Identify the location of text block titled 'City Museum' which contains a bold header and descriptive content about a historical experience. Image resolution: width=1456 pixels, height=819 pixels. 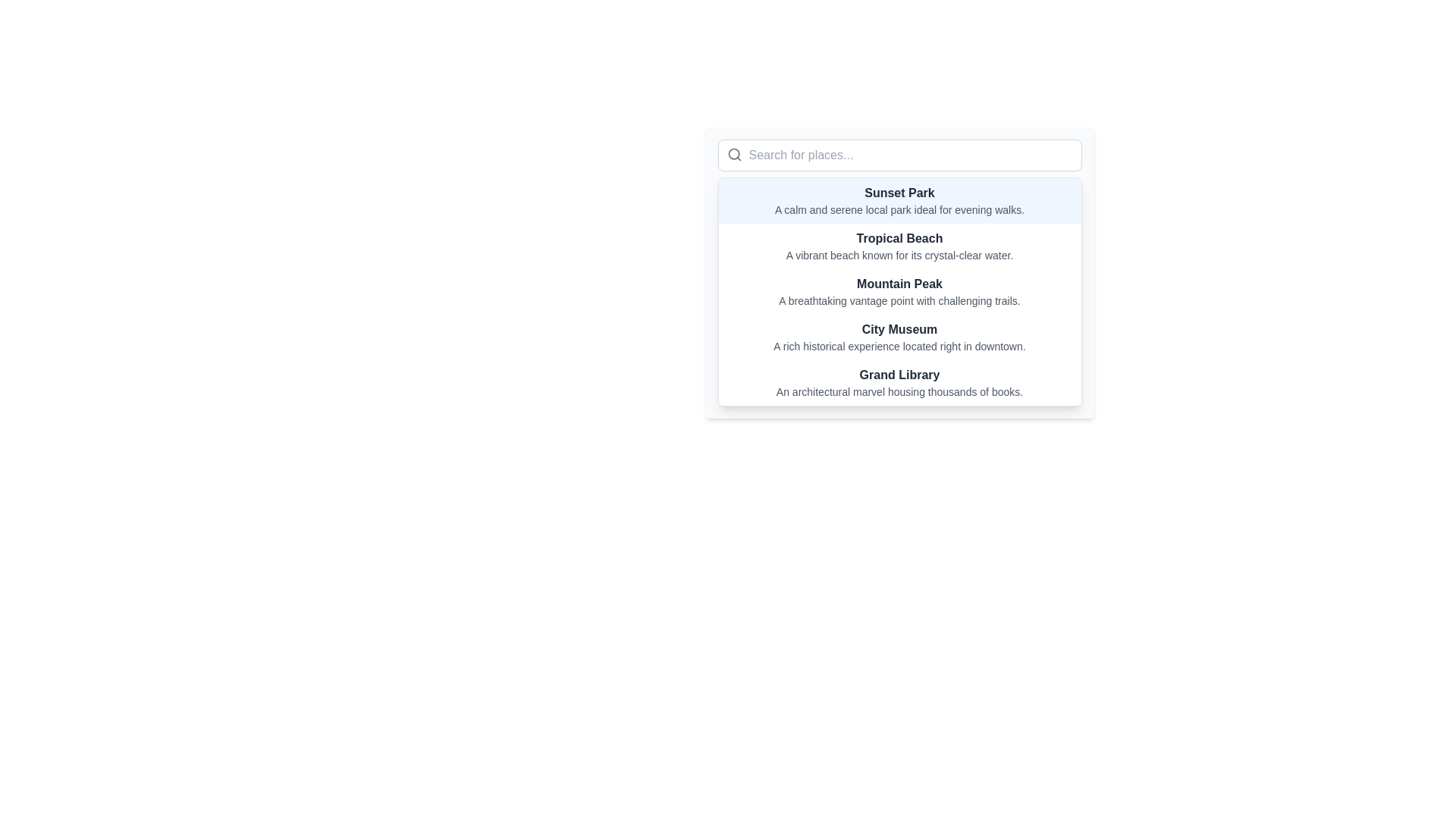
(899, 336).